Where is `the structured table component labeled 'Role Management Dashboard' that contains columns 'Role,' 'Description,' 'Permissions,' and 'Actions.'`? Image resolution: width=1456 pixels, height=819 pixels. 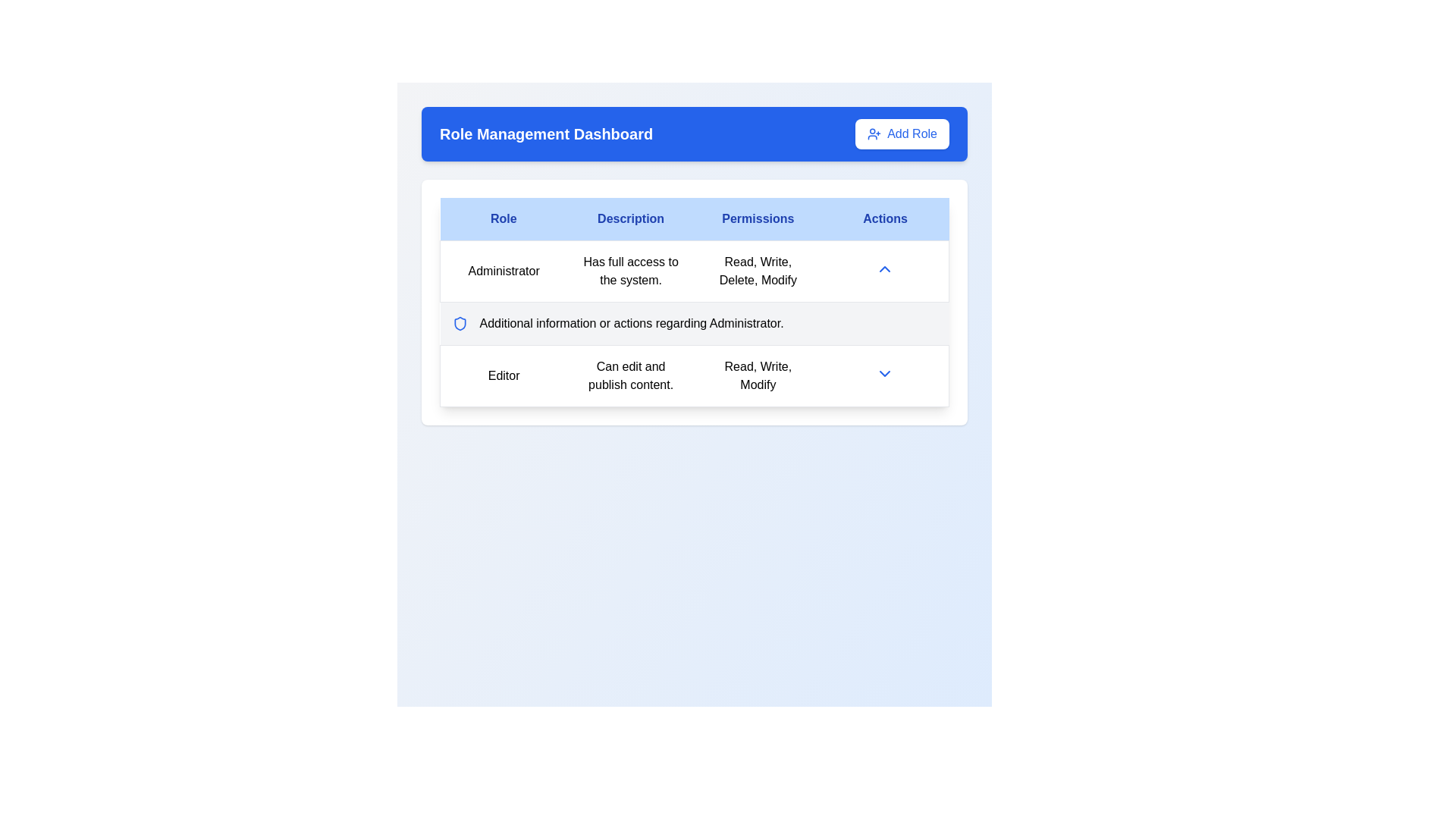
the structured table component labeled 'Role Management Dashboard' that contains columns 'Role,' 'Description,' 'Permissions,' and 'Actions.' is located at coordinates (694, 302).